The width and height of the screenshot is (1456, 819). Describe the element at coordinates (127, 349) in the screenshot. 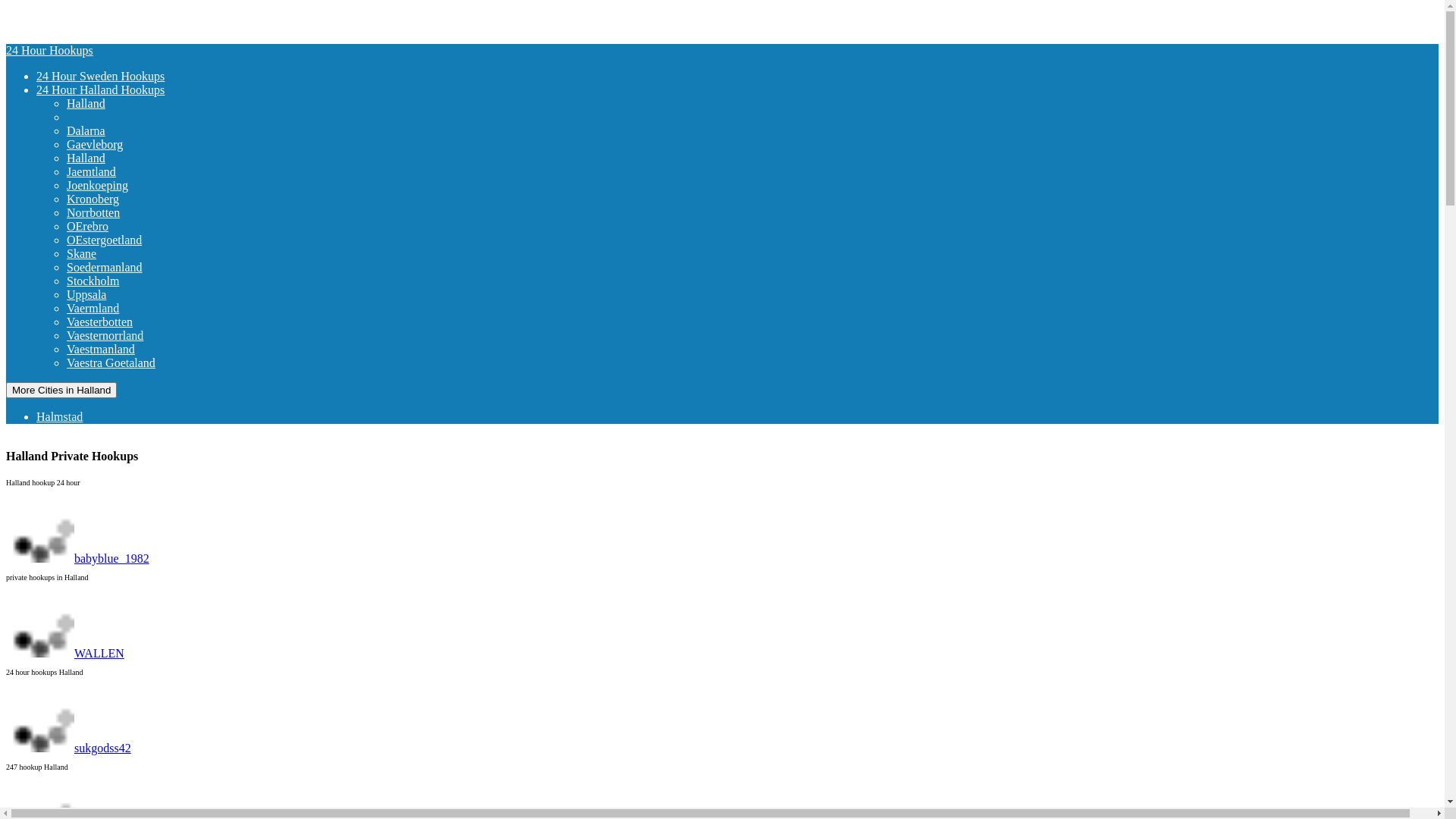

I see `'Vaestmanland'` at that location.